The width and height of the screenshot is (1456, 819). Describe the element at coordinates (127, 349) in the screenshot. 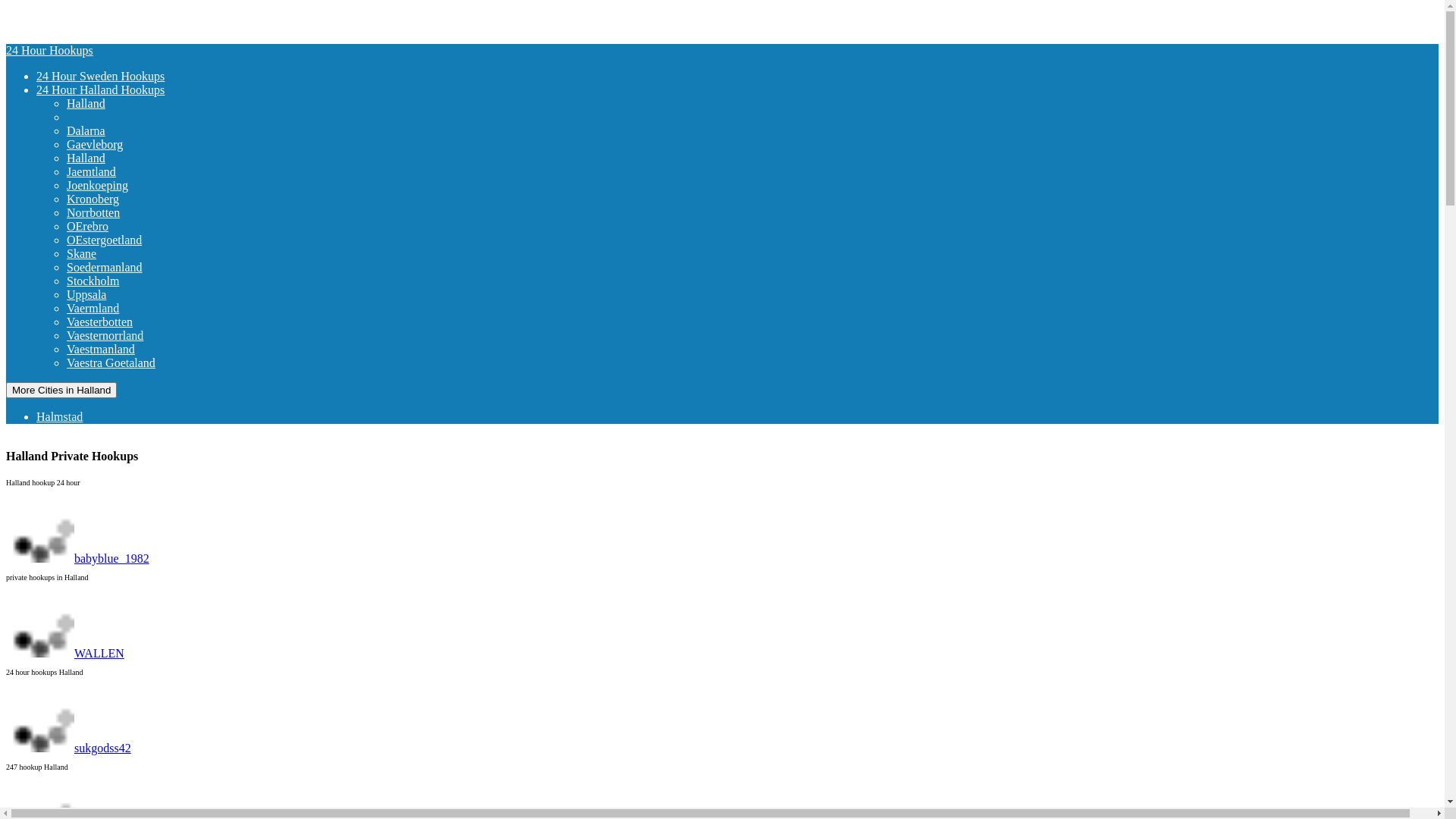

I see `'Vaestmanland'` at that location.